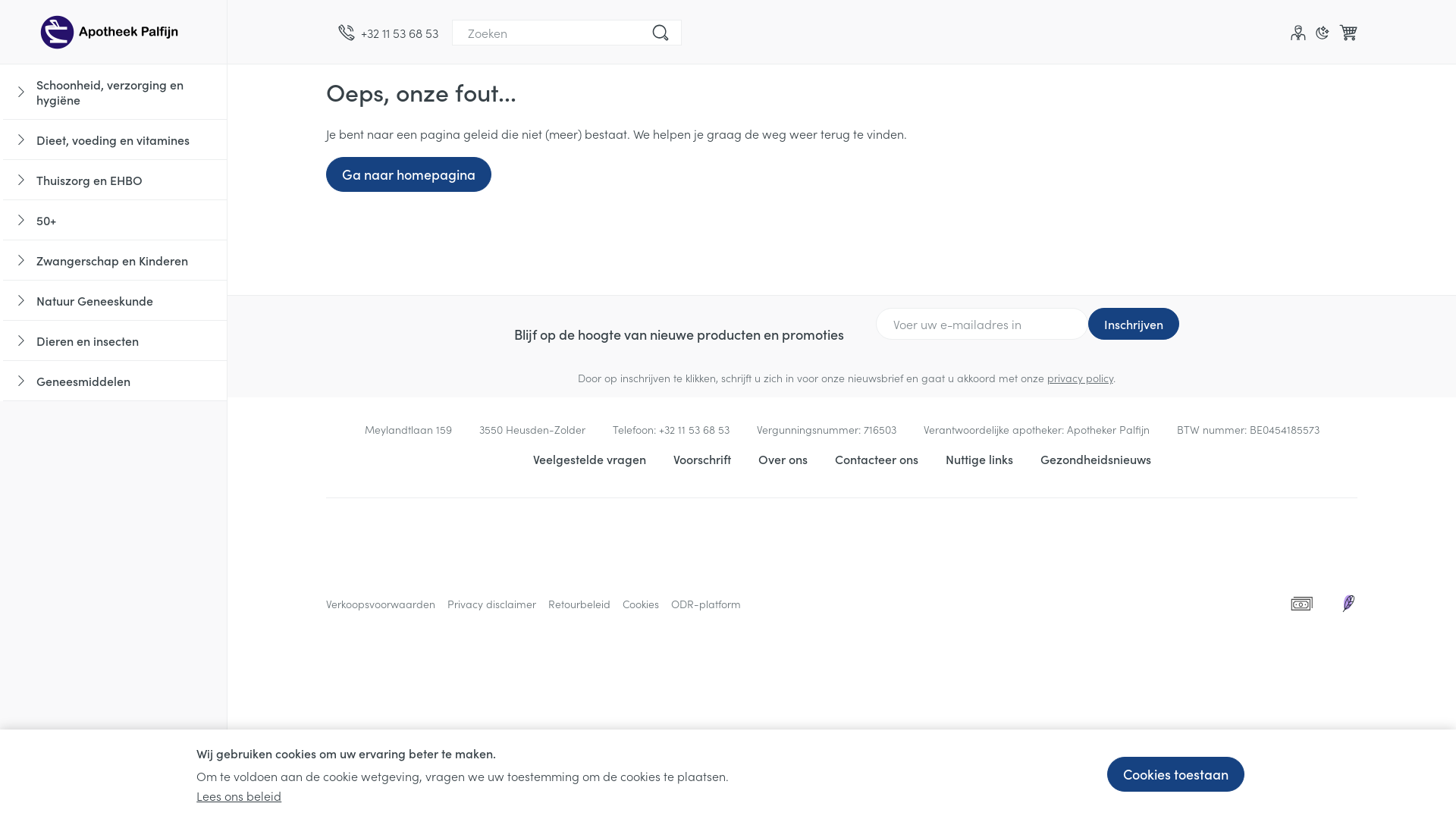 The height and width of the screenshot is (819, 1456). I want to click on 'privacy policy', so click(1046, 376).